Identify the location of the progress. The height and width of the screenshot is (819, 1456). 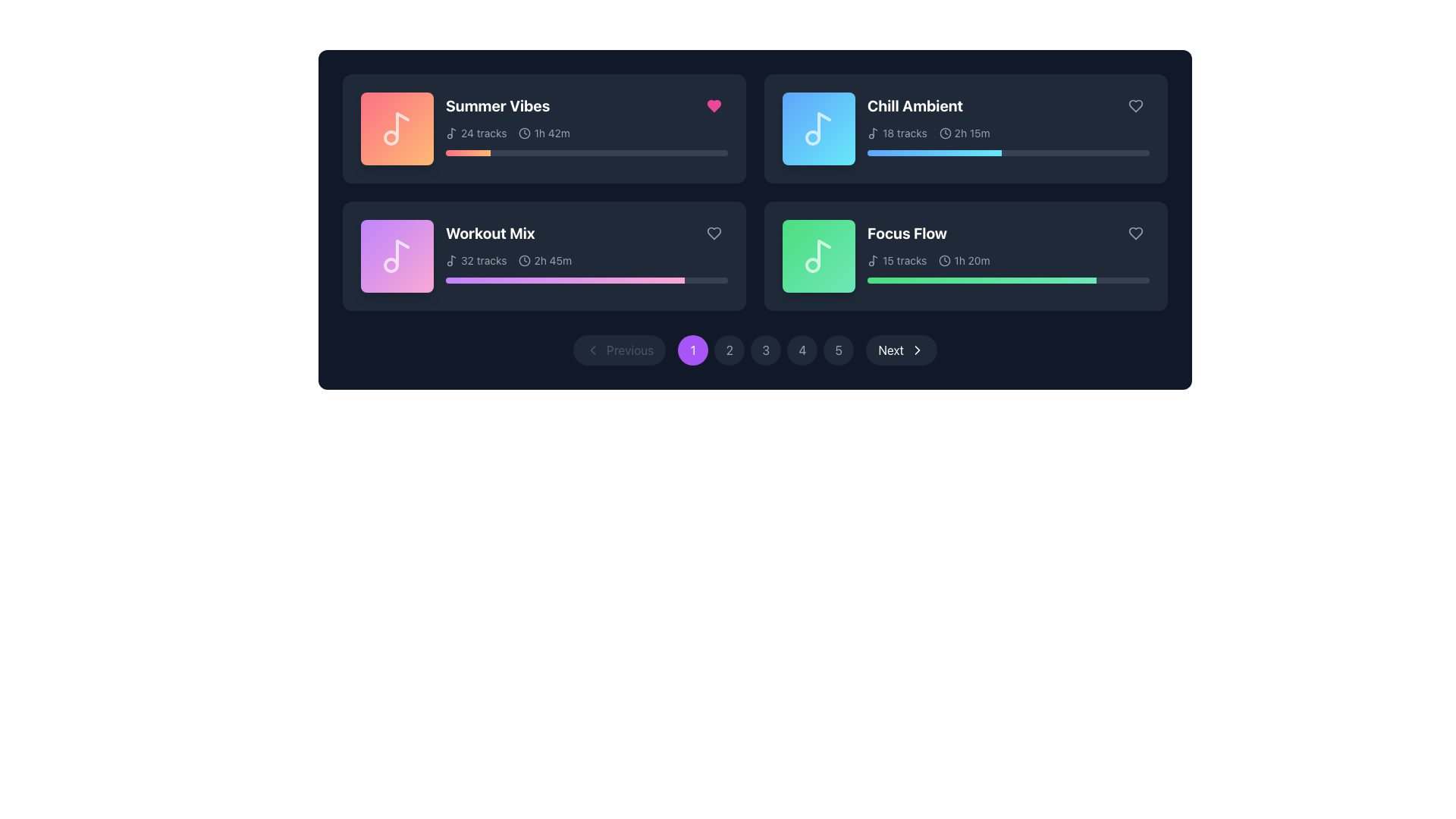
(716, 152).